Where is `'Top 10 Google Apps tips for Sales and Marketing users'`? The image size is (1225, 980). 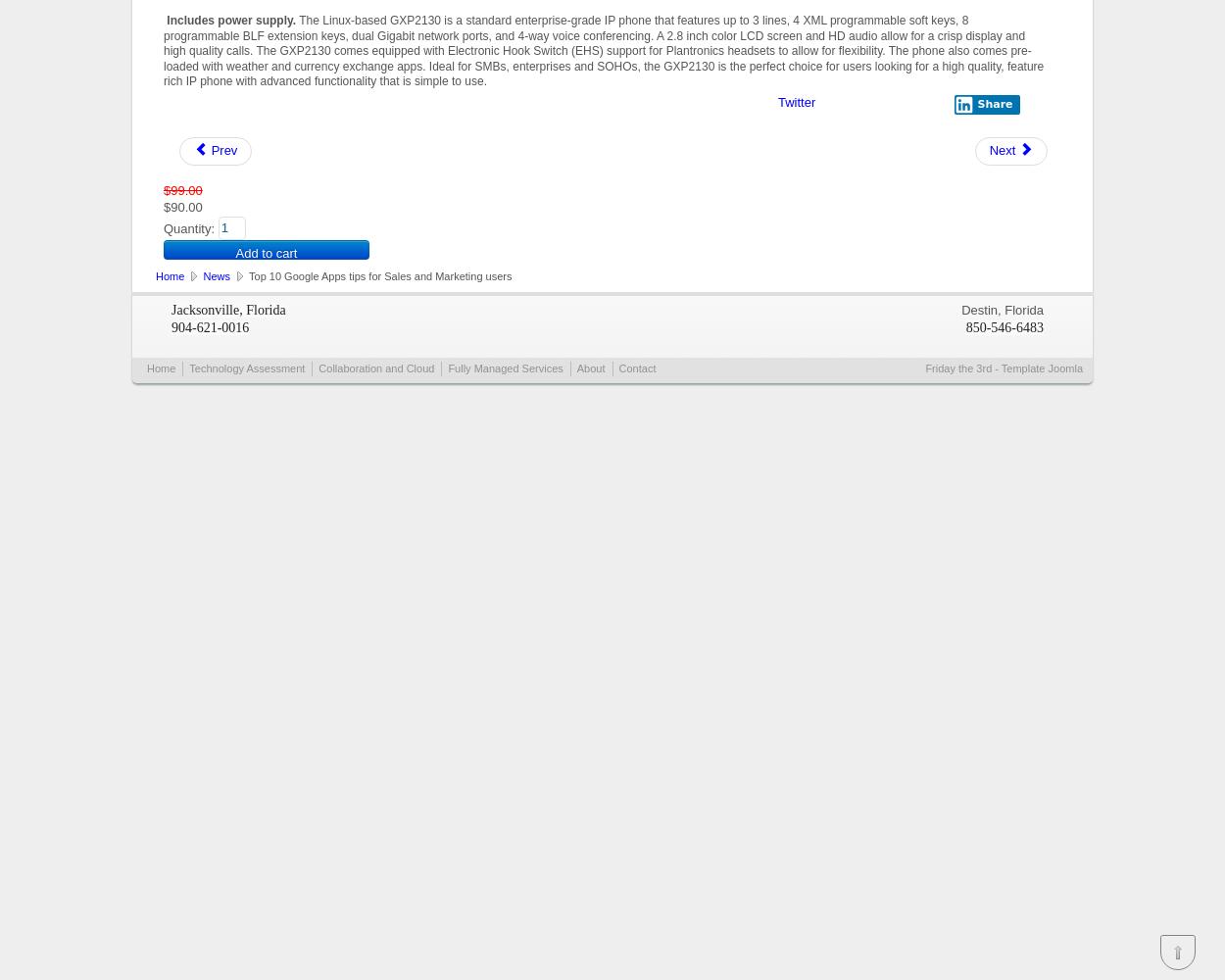 'Top 10 Google Apps tips for Sales and Marketing users' is located at coordinates (246, 275).